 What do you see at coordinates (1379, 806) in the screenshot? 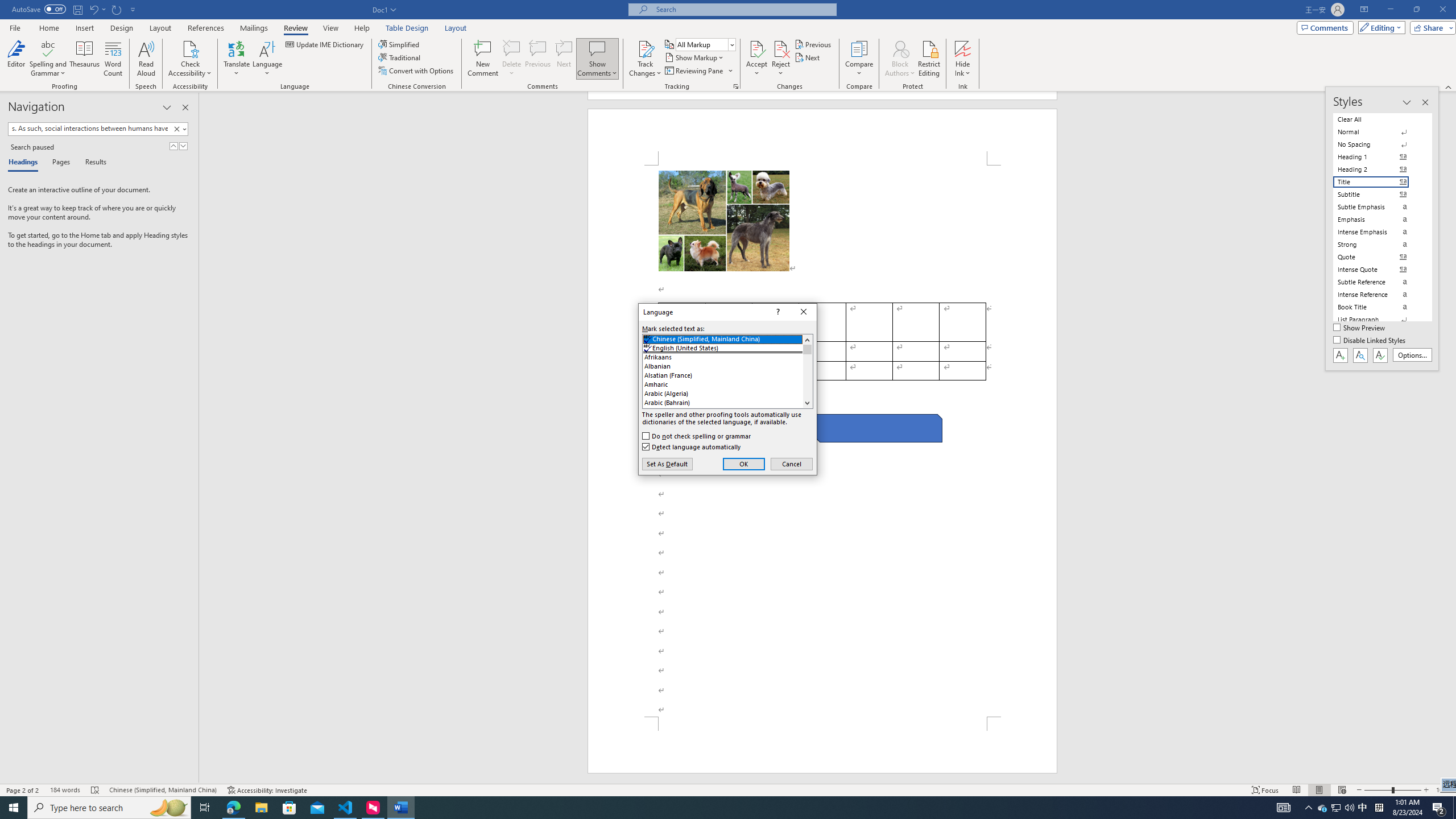
I see `'Tray Input Indicator - Chinese (Simplified, China)'` at bounding box center [1379, 806].